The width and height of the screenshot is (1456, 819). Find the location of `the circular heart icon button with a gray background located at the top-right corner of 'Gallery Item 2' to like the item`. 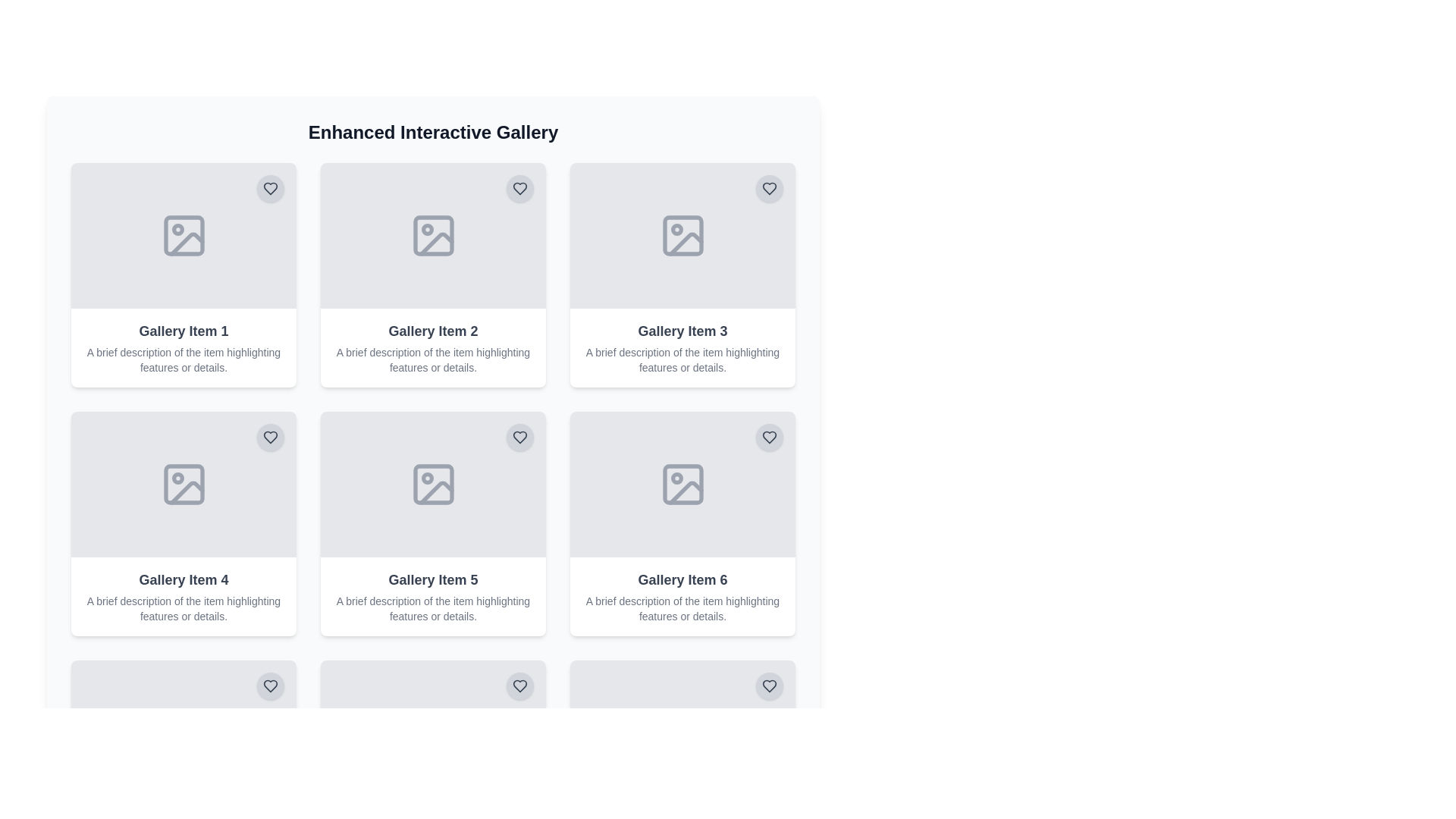

the circular heart icon button with a gray background located at the top-right corner of 'Gallery Item 2' to like the item is located at coordinates (520, 188).